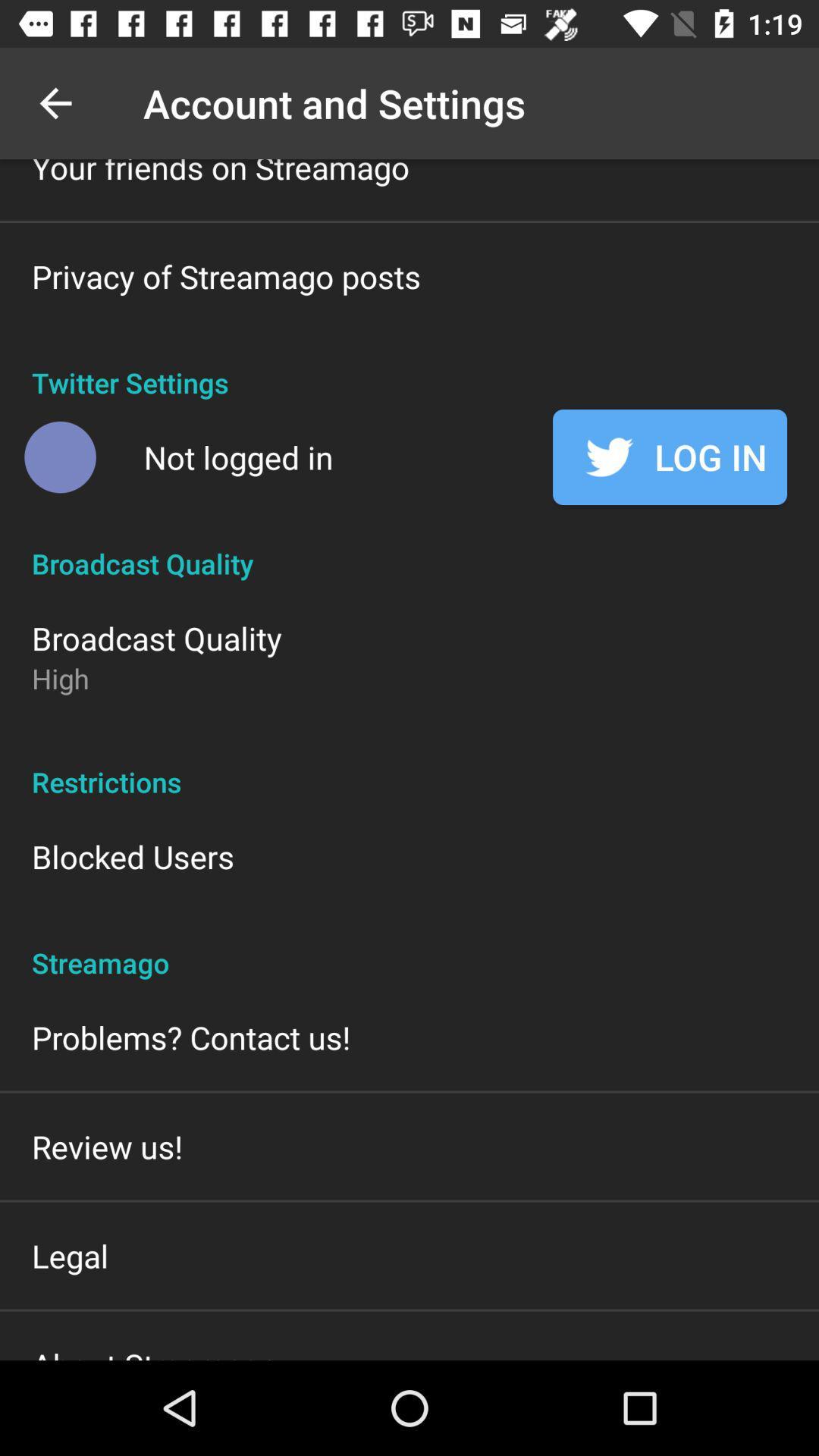 This screenshot has height=1456, width=819. What do you see at coordinates (226, 276) in the screenshot?
I see `the privacy of streamago item` at bounding box center [226, 276].